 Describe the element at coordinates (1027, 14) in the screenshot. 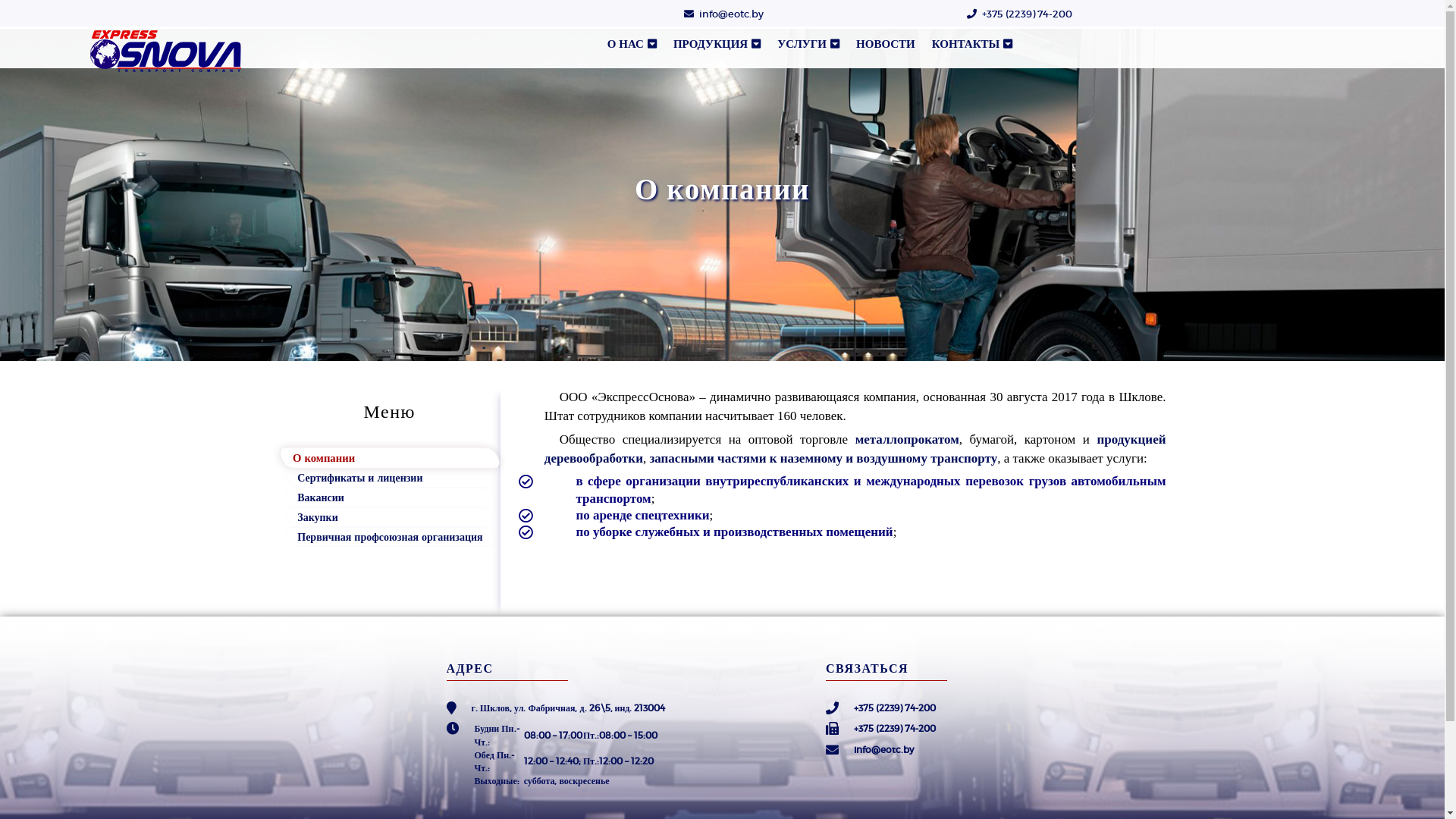

I see `'+375 (2239) 74-200'` at that location.